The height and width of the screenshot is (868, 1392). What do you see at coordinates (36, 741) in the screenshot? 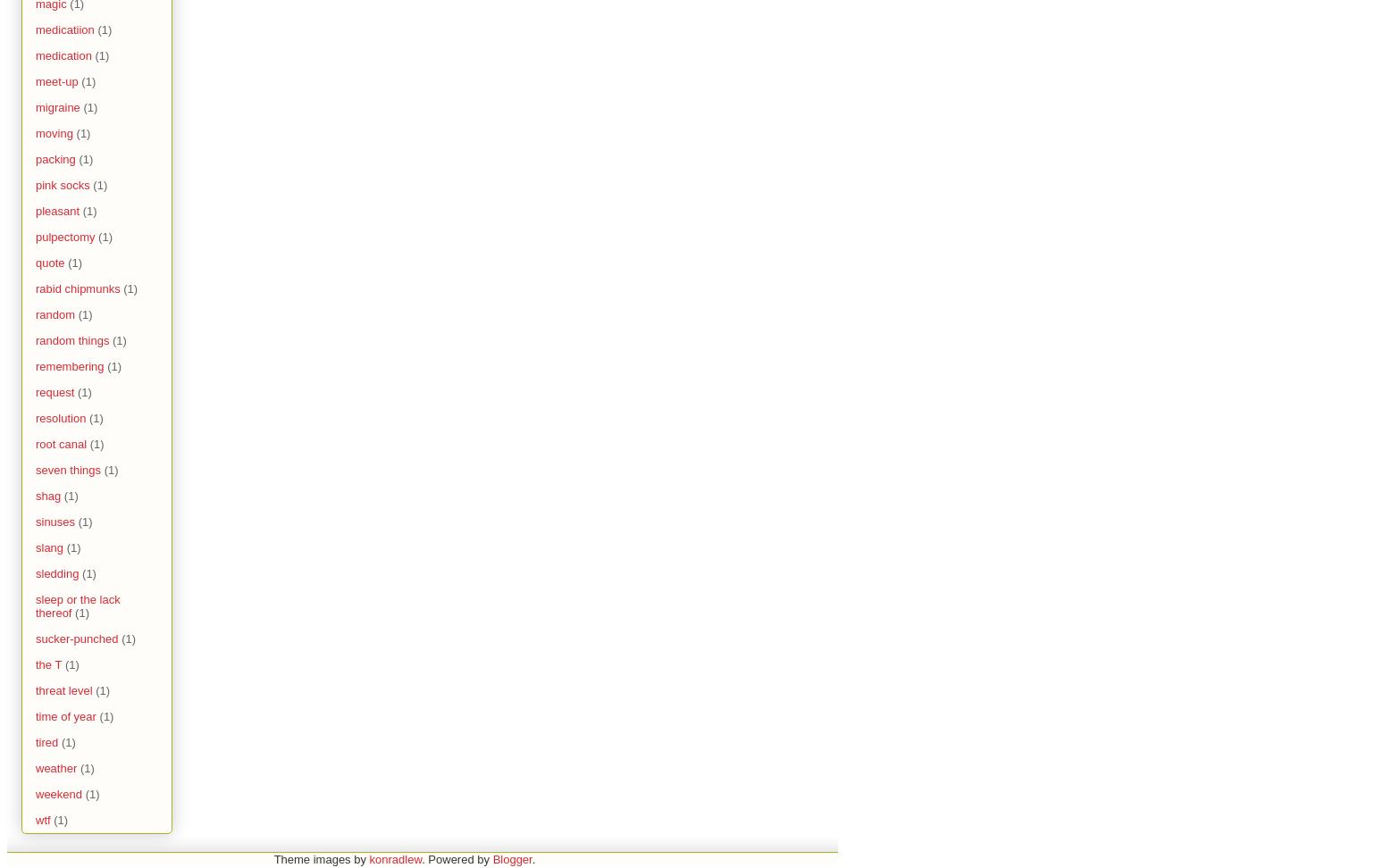
I see `'tired'` at bounding box center [36, 741].